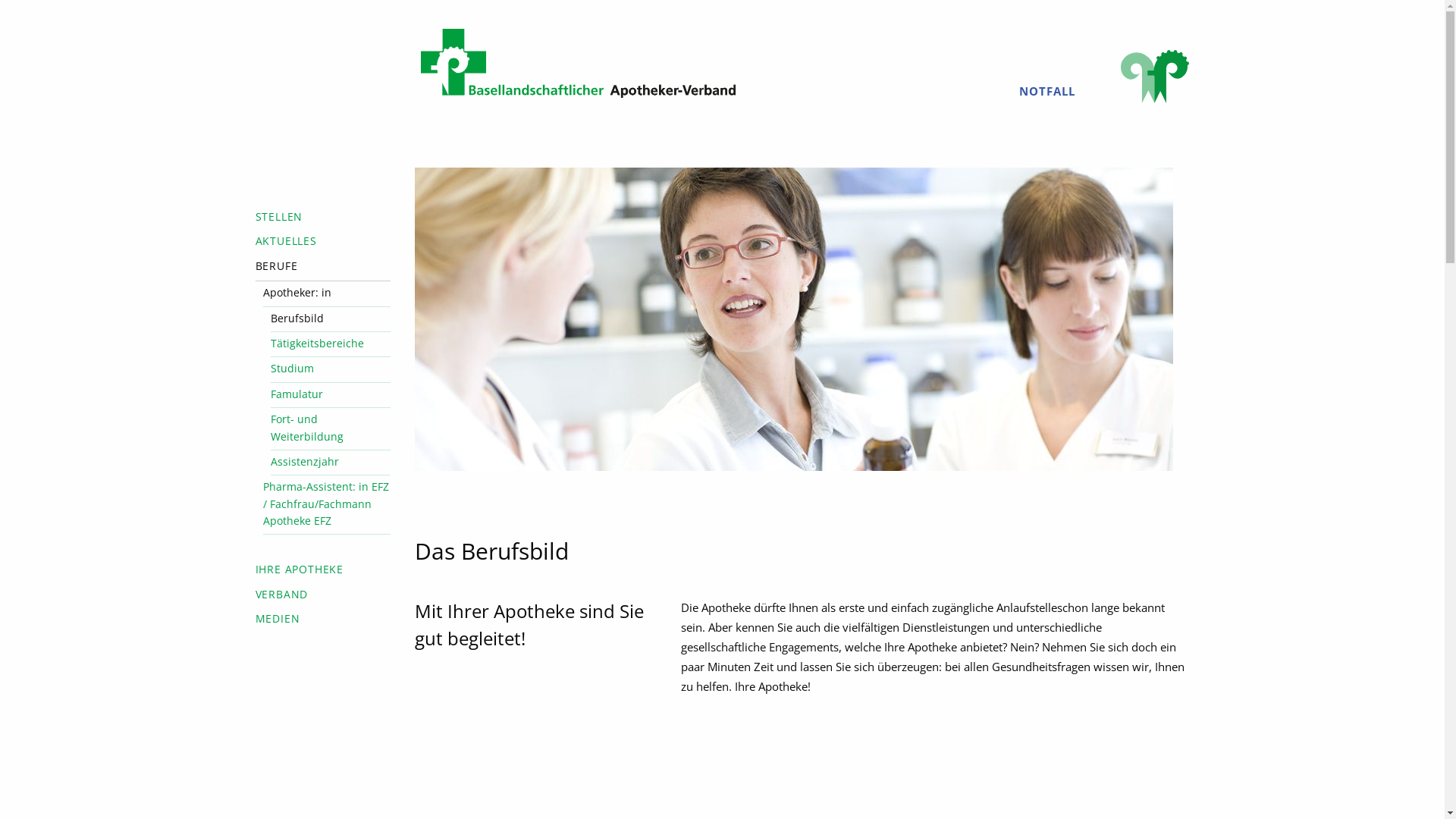 The image size is (1456, 819). What do you see at coordinates (329, 396) in the screenshot?
I see `'Famulatur'` at bounding box center [329, 396].